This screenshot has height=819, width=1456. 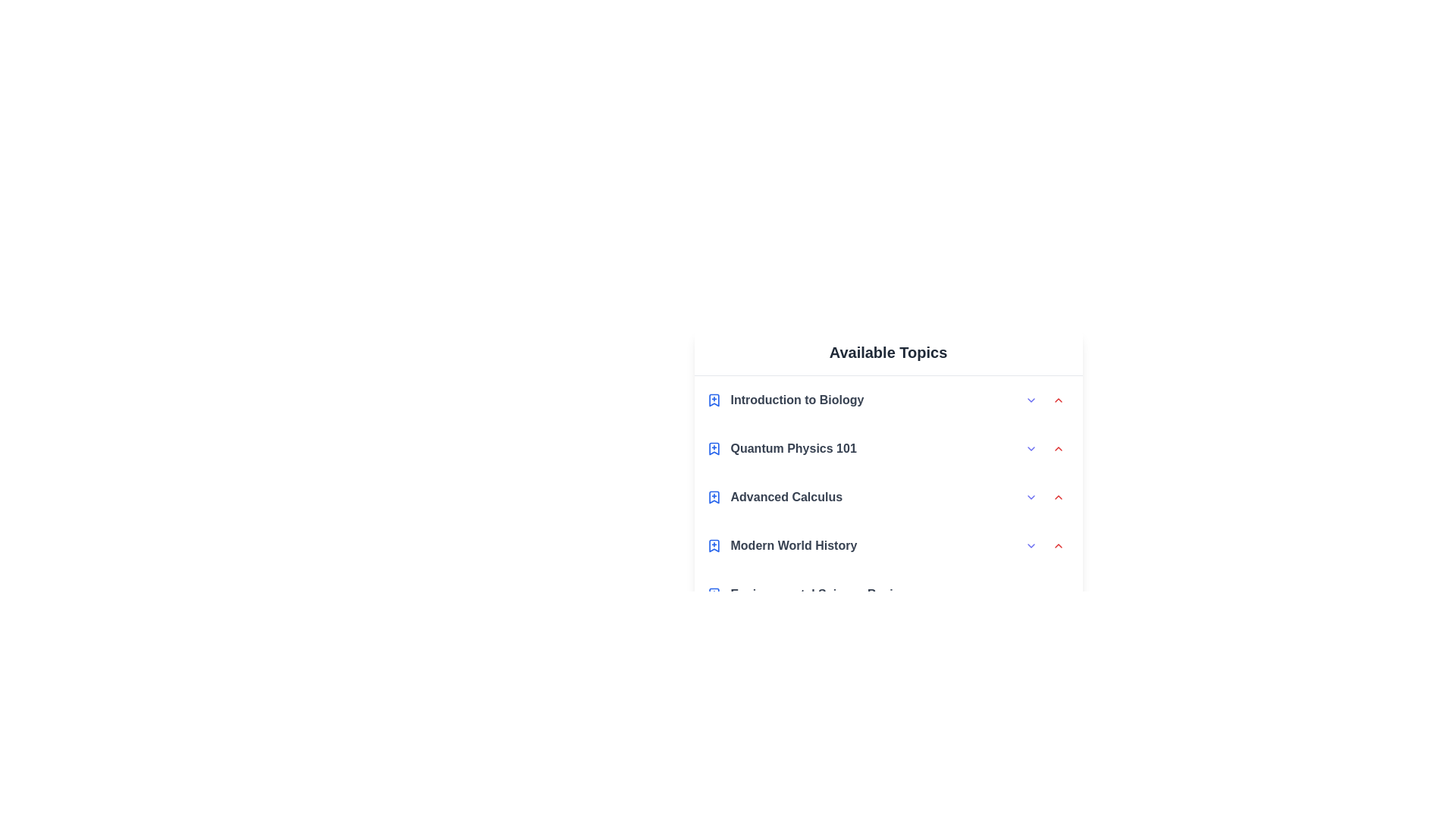 I want to click on the expand arrow for the topic Quantum Physics 101, so click(x=1031, y=447).